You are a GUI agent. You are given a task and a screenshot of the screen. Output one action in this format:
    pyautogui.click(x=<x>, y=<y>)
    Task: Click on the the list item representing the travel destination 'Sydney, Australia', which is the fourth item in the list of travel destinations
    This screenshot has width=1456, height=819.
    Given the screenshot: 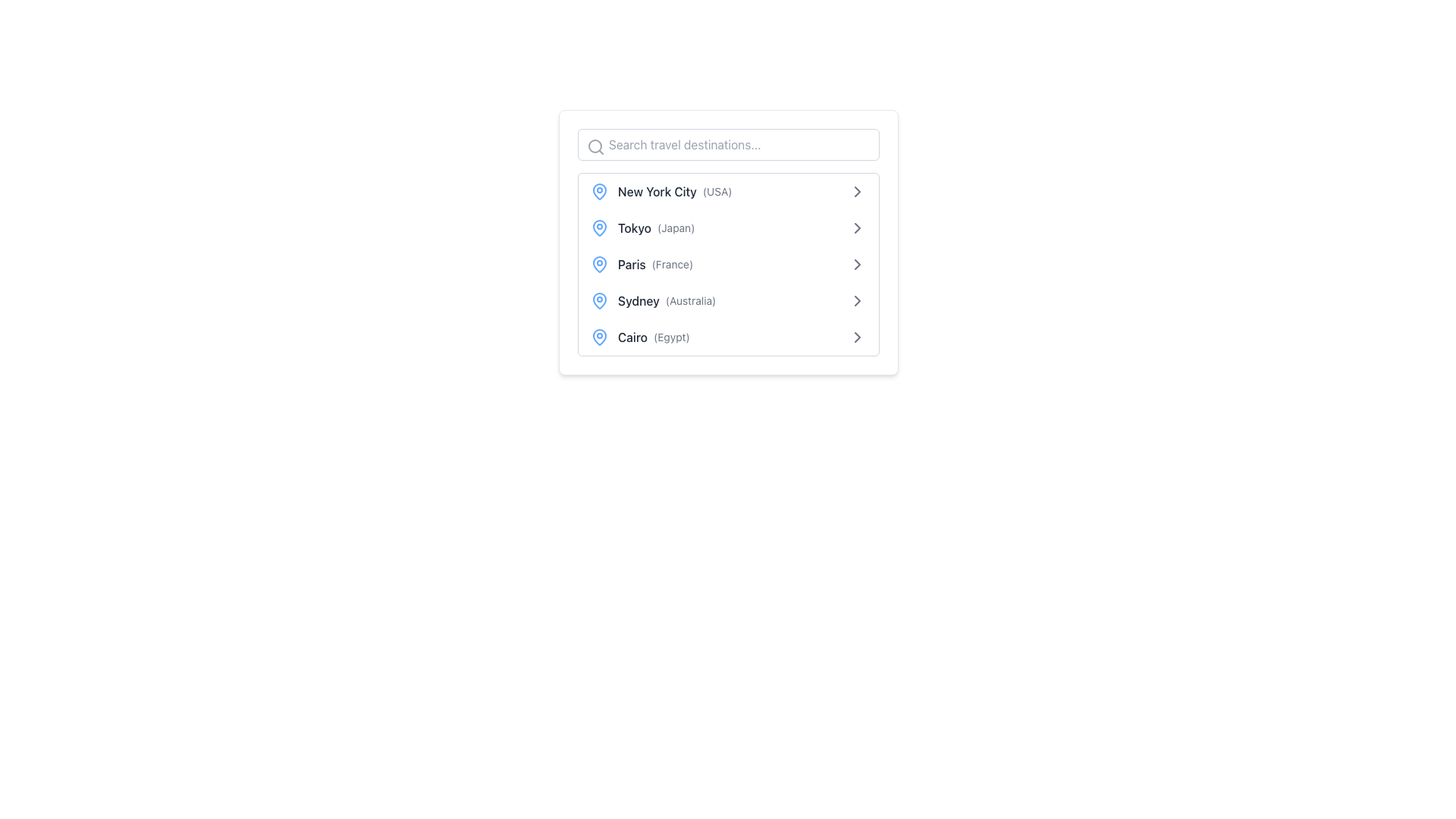 What is the action you would take?
    pyautogui.click(x=653, y=301)
    